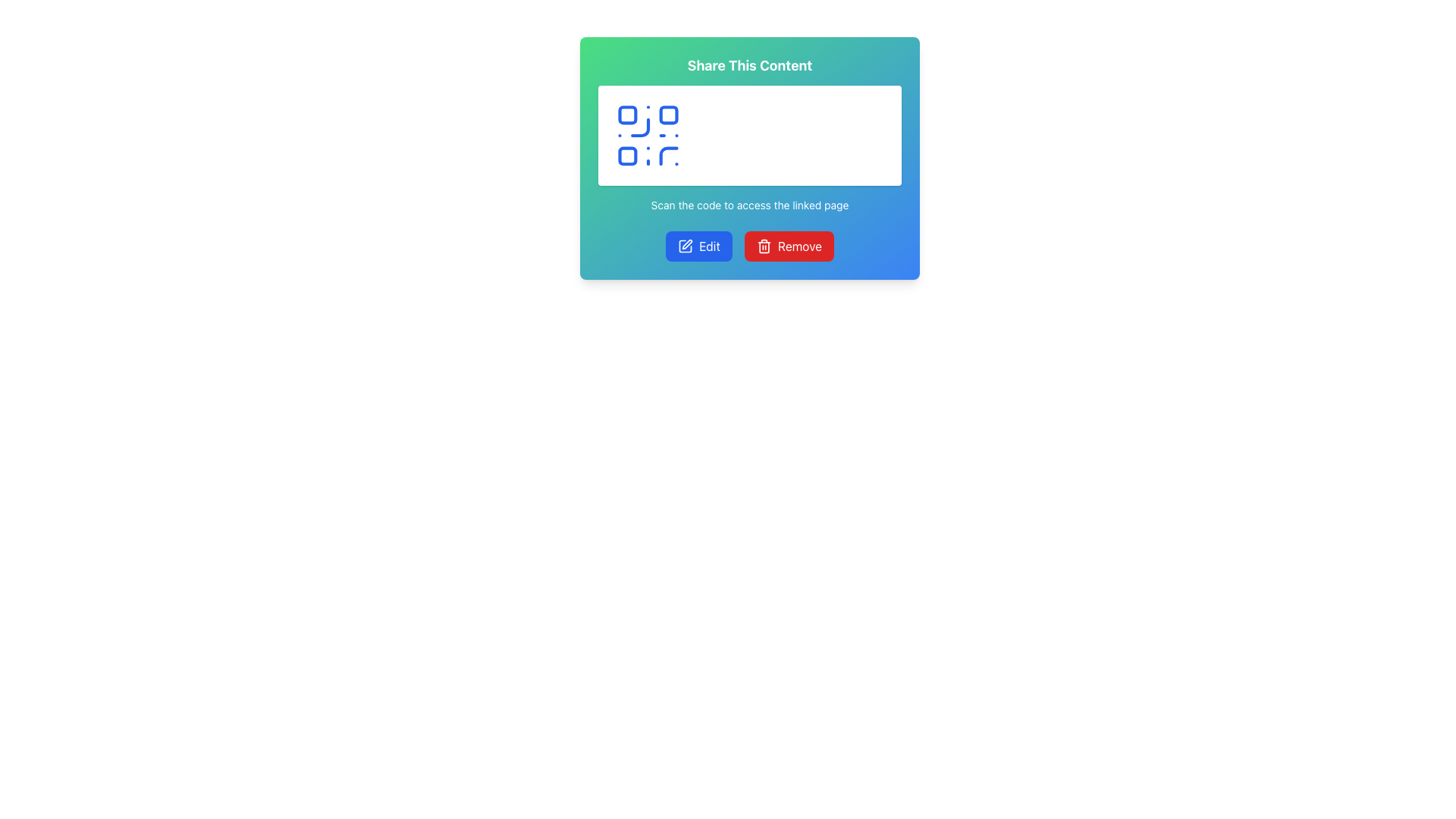 The image size is (1456, 819). I want to click on the delete icon located within the red 'Remove' button at the bottom-right of the 'Share This Content' dialog box, so click(764, 245).